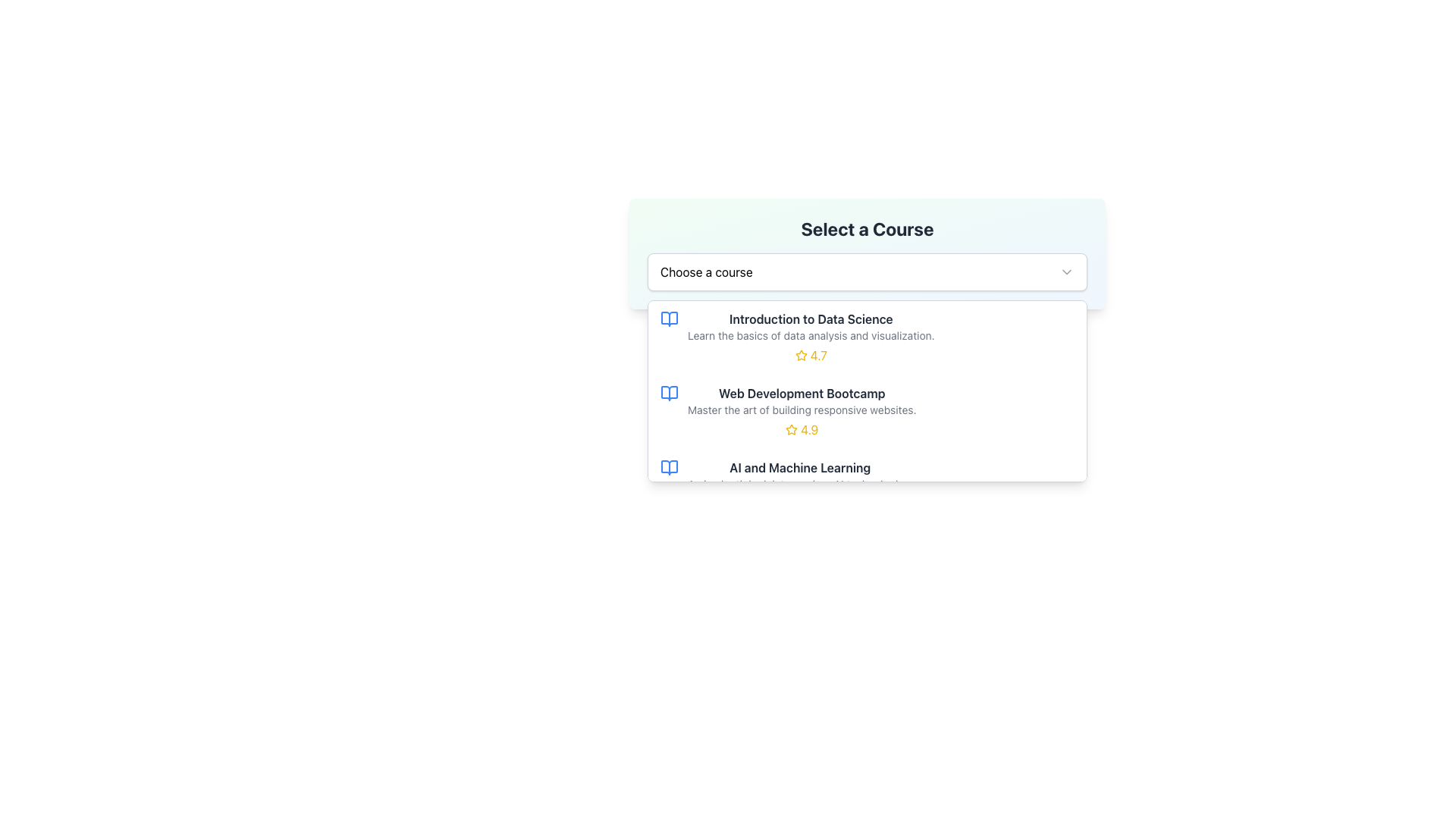 The width and height of the screenshot is (1456, 819). What do you see at coordinates (800, 356) in the screenshot?
I see `the star icon that represents the rating for the 'Introduction to Data Science' course, located next to the text '4.7' in the dropdown list` at bounding box center [800, 356].